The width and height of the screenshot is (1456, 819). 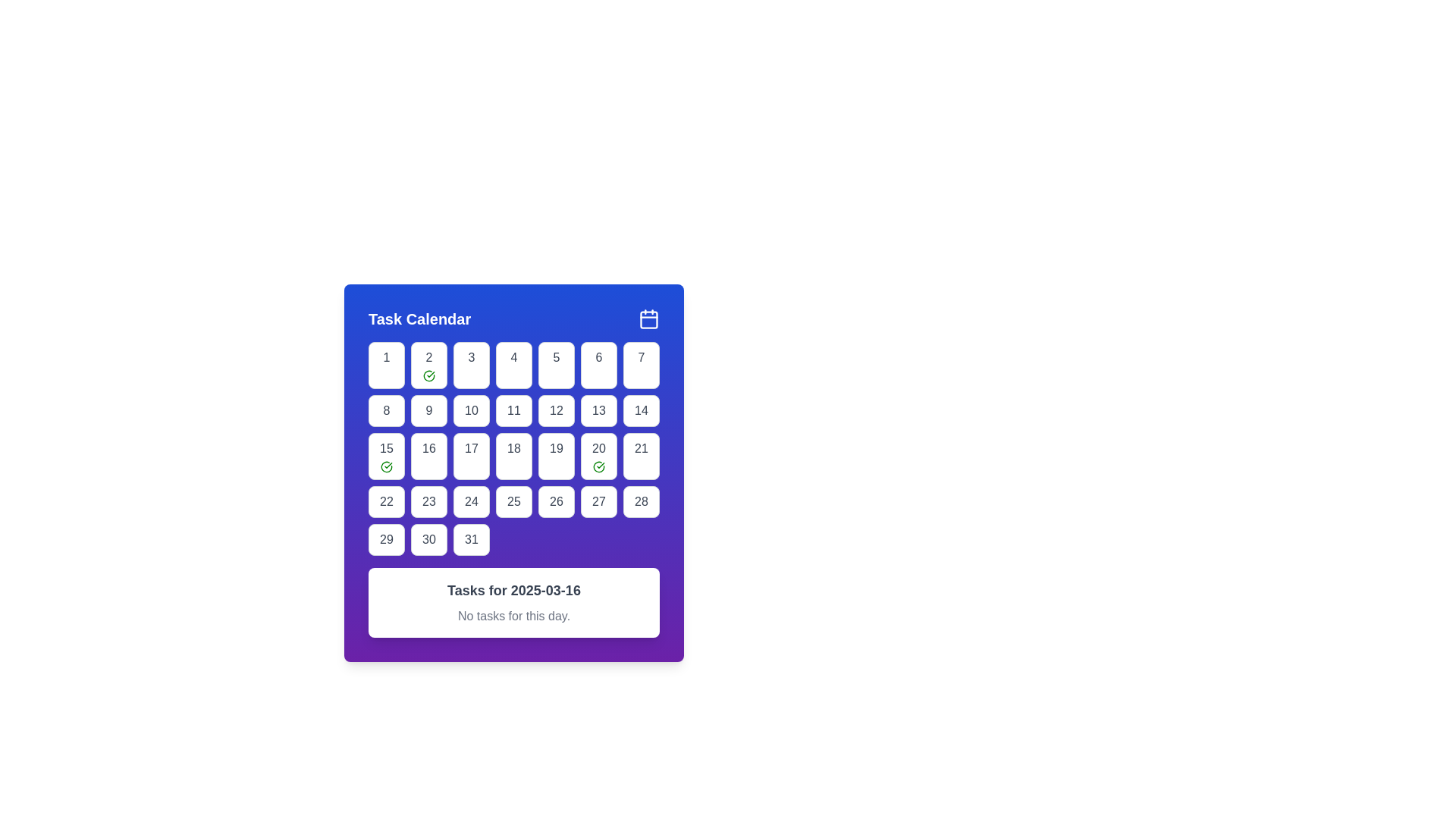 I want to click on the Calendar Day Box displaying the date '24', so click(x=471, y=502).